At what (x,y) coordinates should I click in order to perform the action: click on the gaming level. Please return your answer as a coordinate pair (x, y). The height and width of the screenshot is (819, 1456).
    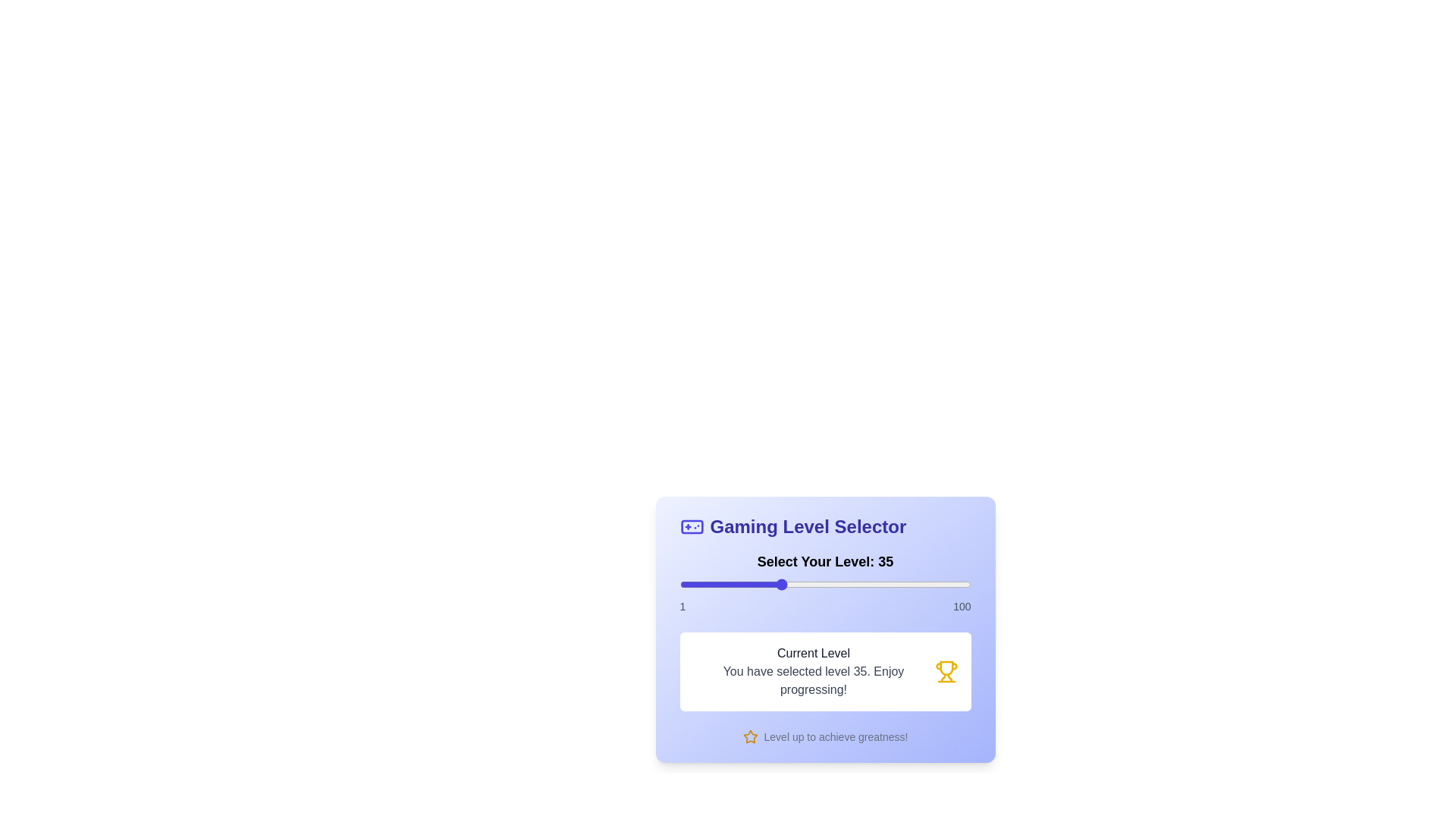
    Looking at the image, I should click on (777, 584).